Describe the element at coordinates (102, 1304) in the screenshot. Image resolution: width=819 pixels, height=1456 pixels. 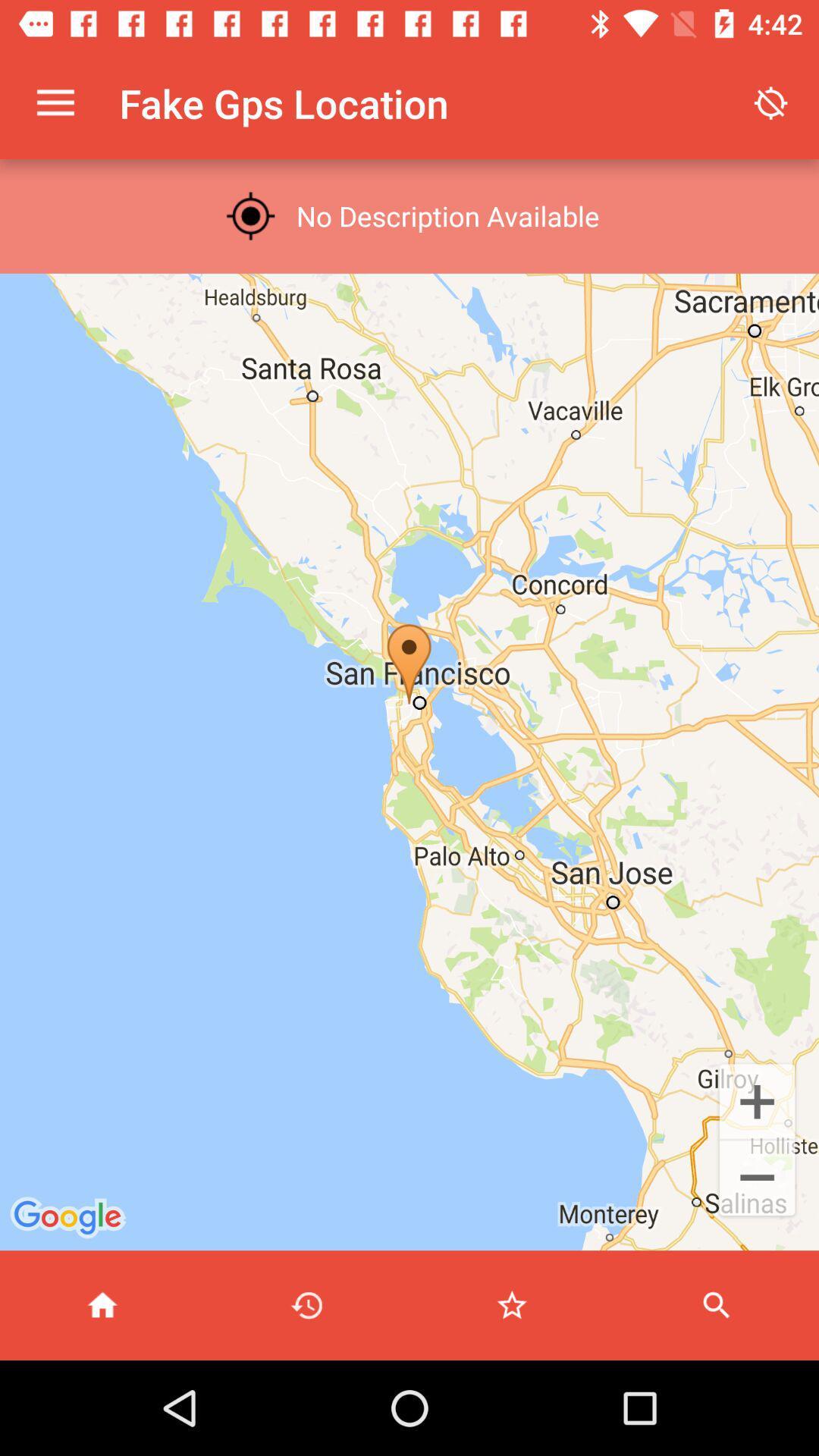
I see `open home` at that location.